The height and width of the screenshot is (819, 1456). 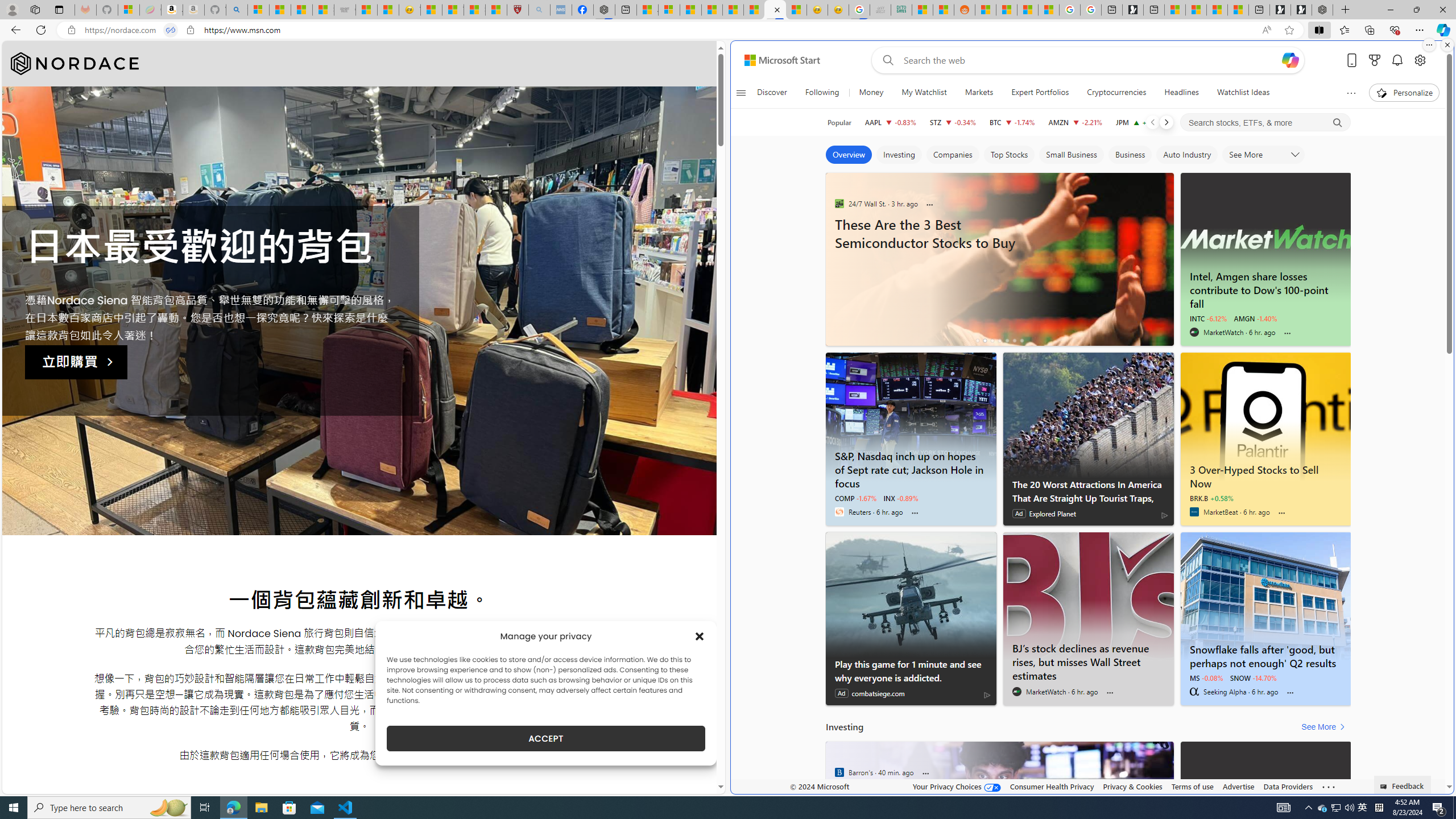 I want to click on 'Recipes - MSN', so click(x=431, y=9).